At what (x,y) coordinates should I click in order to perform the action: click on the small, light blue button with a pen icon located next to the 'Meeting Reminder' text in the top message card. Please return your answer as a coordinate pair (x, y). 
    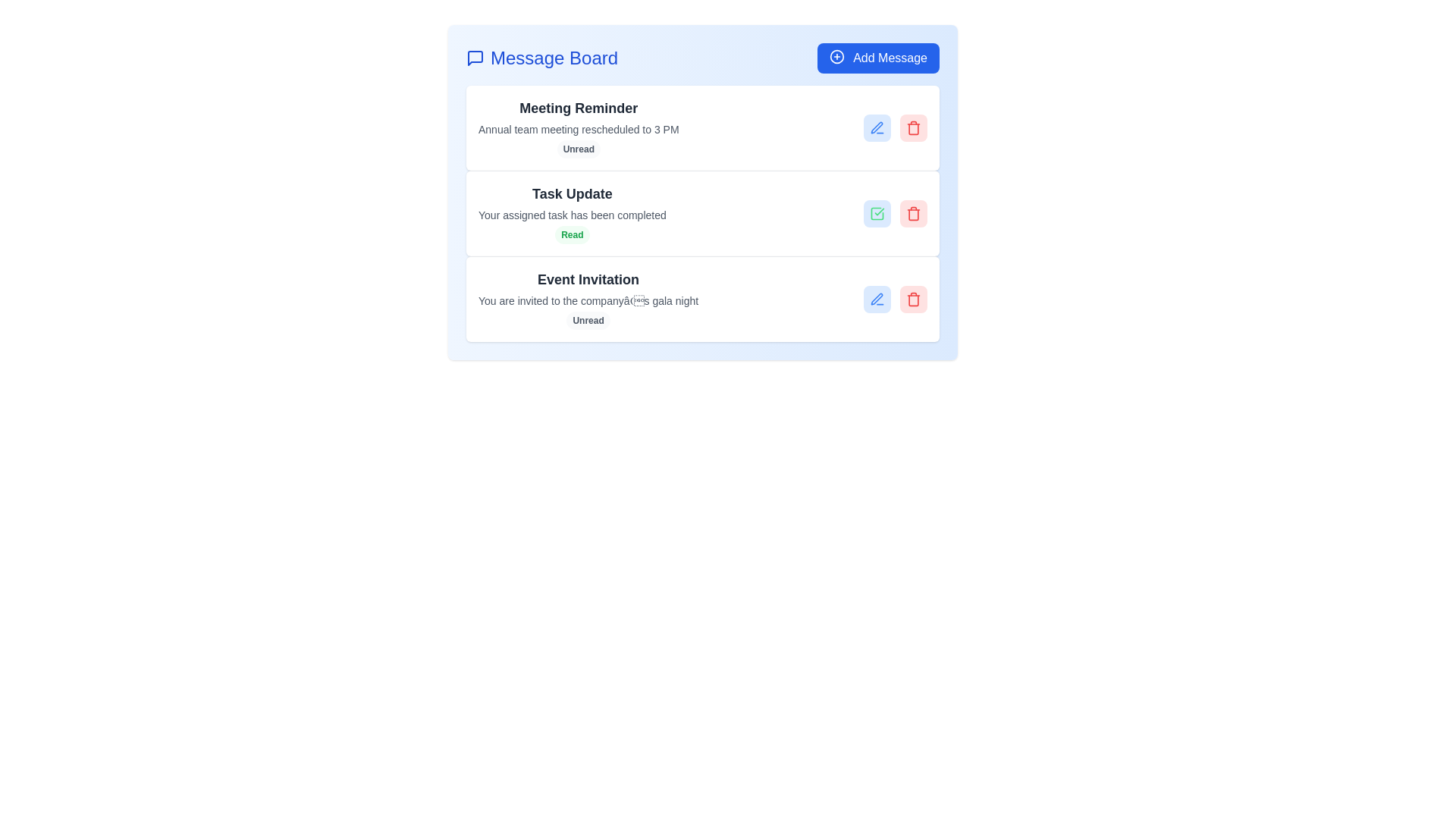
    Looking at the image, I should click on (877, 127).